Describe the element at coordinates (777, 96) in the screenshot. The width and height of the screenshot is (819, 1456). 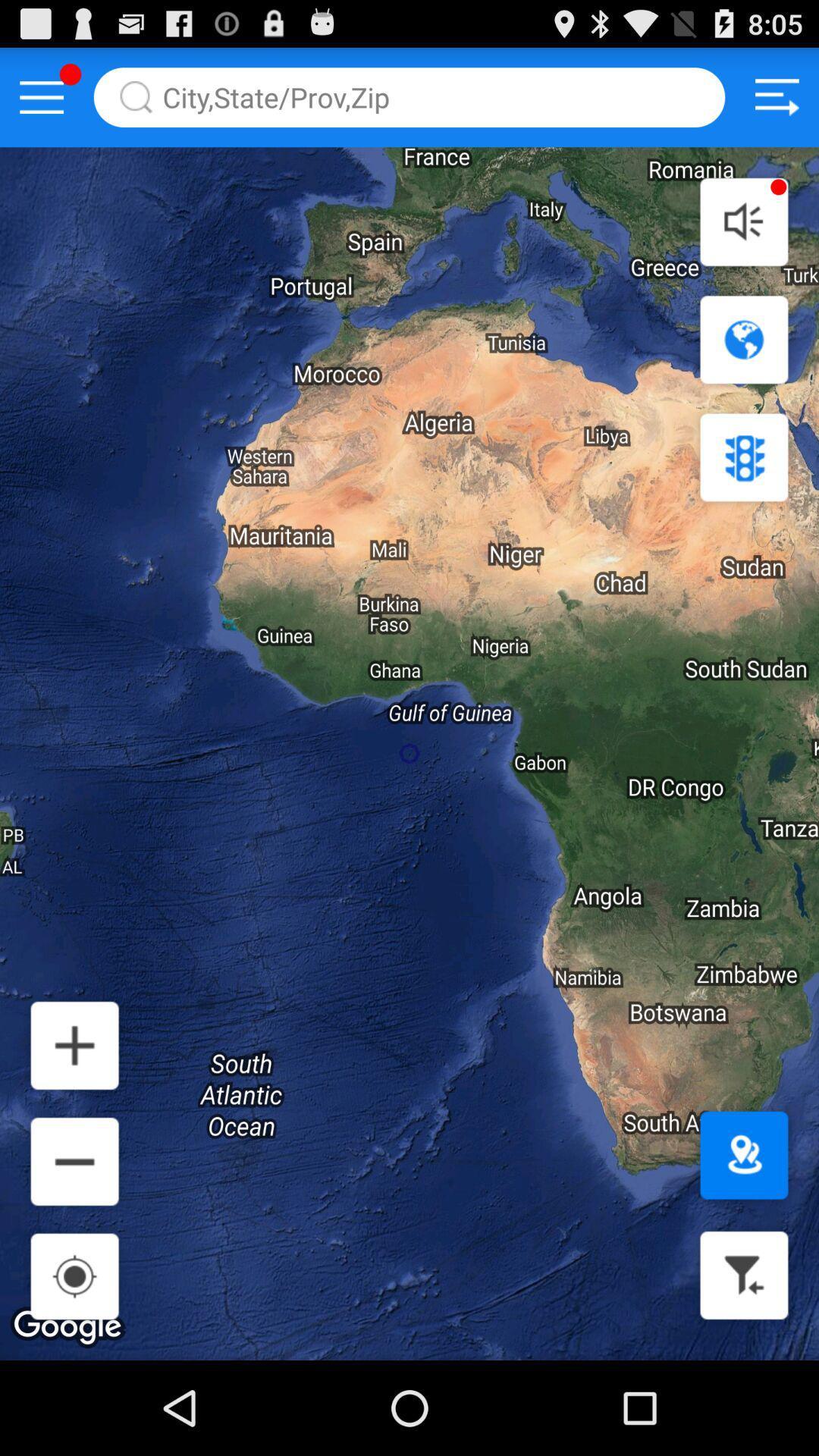
I see `setting button` at that location.